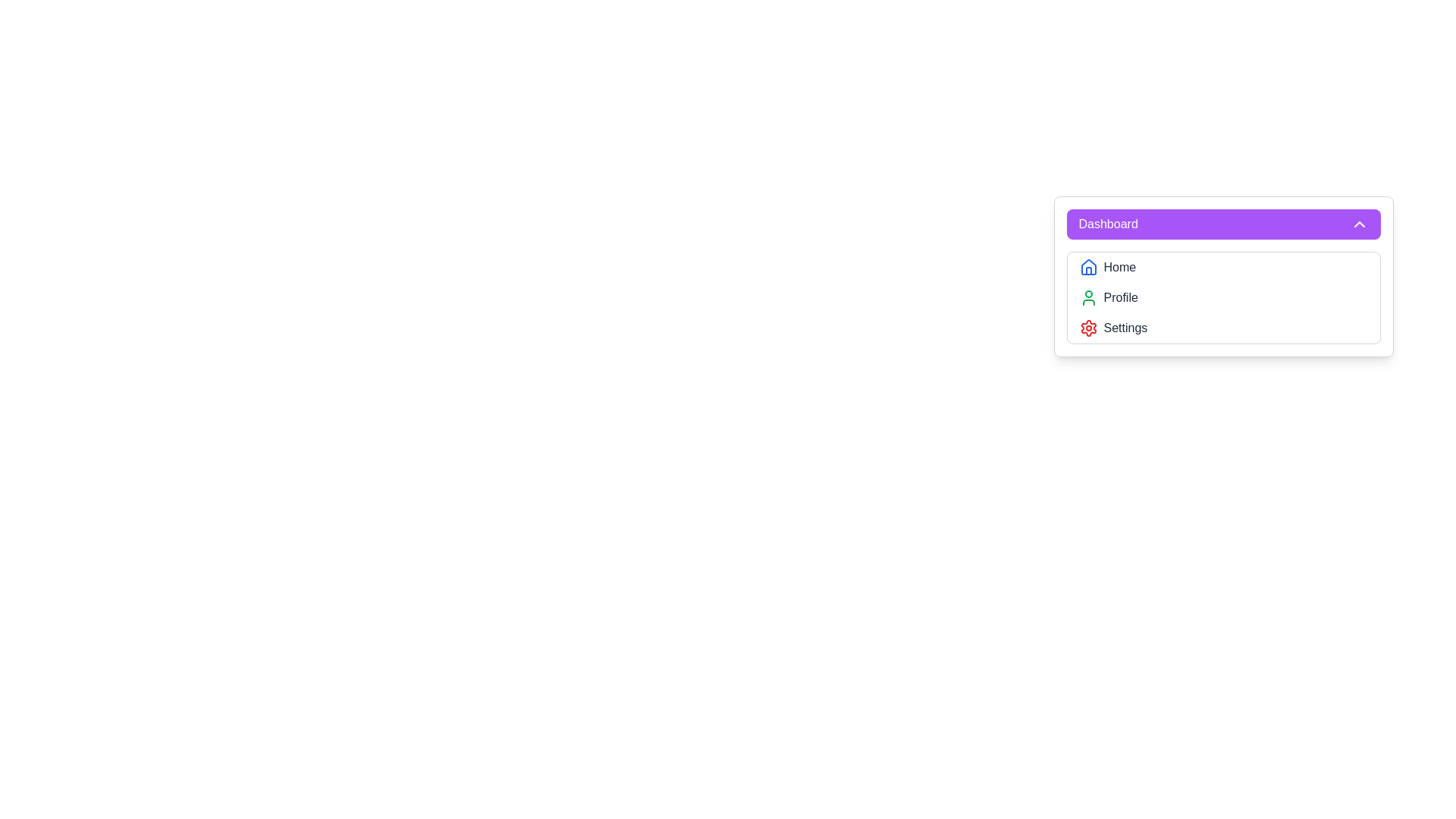  I want to click on the 'Profile' text link in the vertical menu, so click(1121, 298).